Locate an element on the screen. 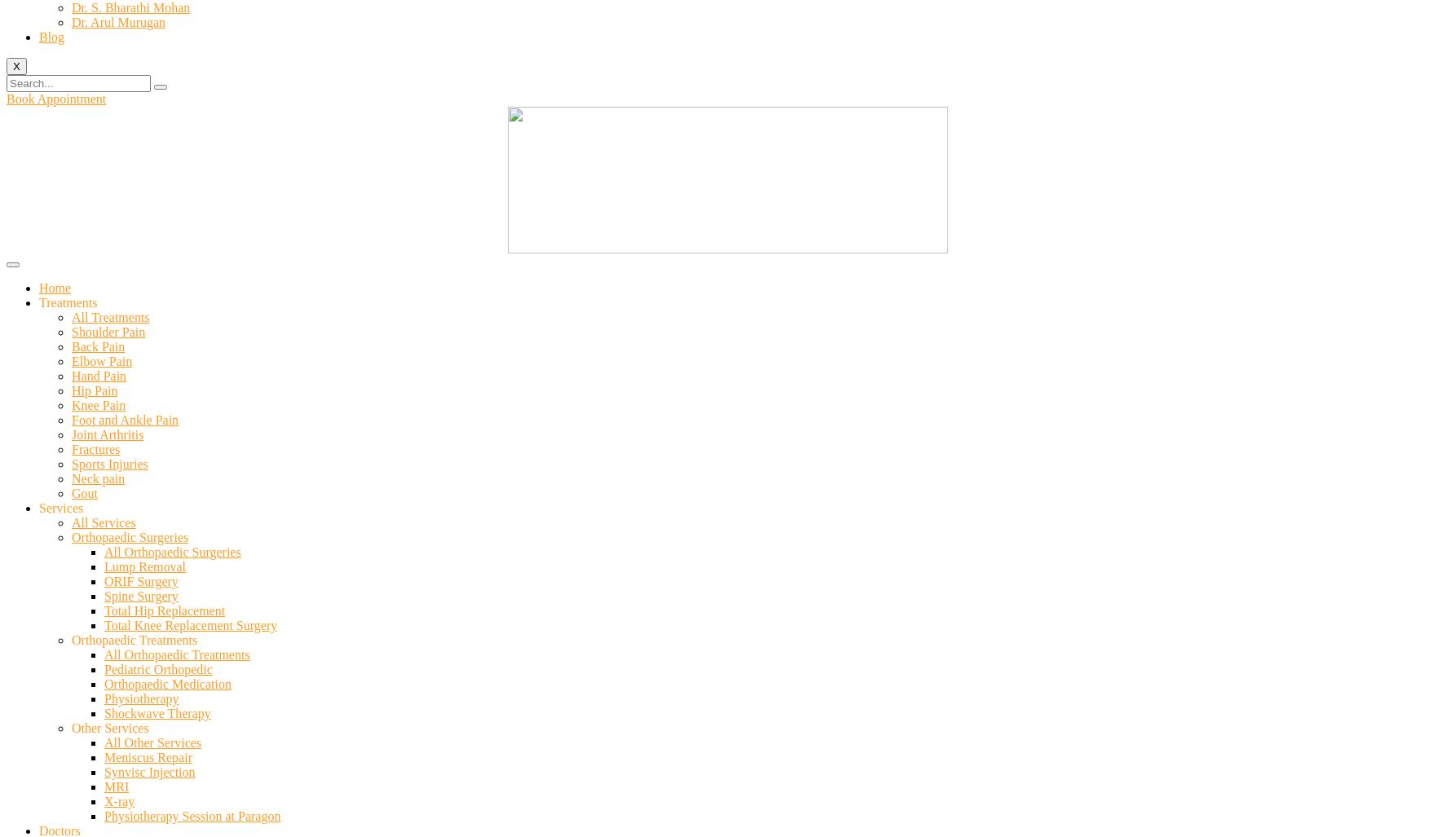  'Gout' is located at coordinates (84, 493).